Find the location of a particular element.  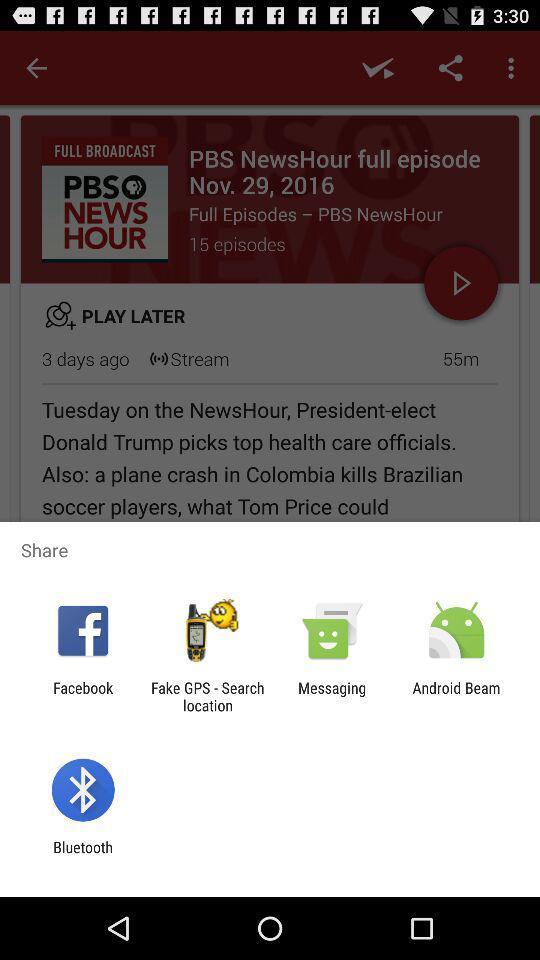

fake gps search app is located at coordinates (206, 696).